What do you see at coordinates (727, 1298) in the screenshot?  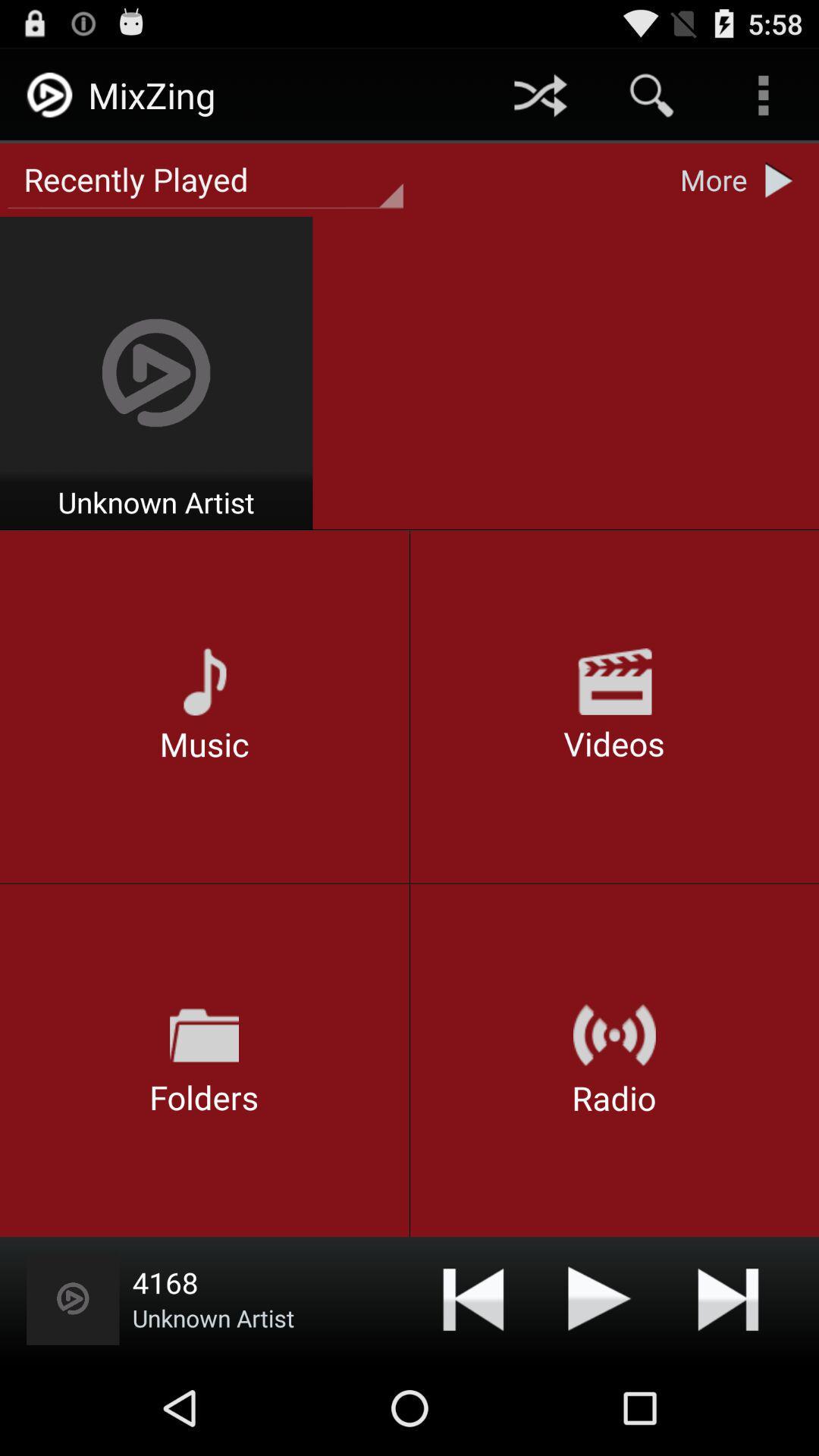 I see `next button` at bounding box center [727, 1298].